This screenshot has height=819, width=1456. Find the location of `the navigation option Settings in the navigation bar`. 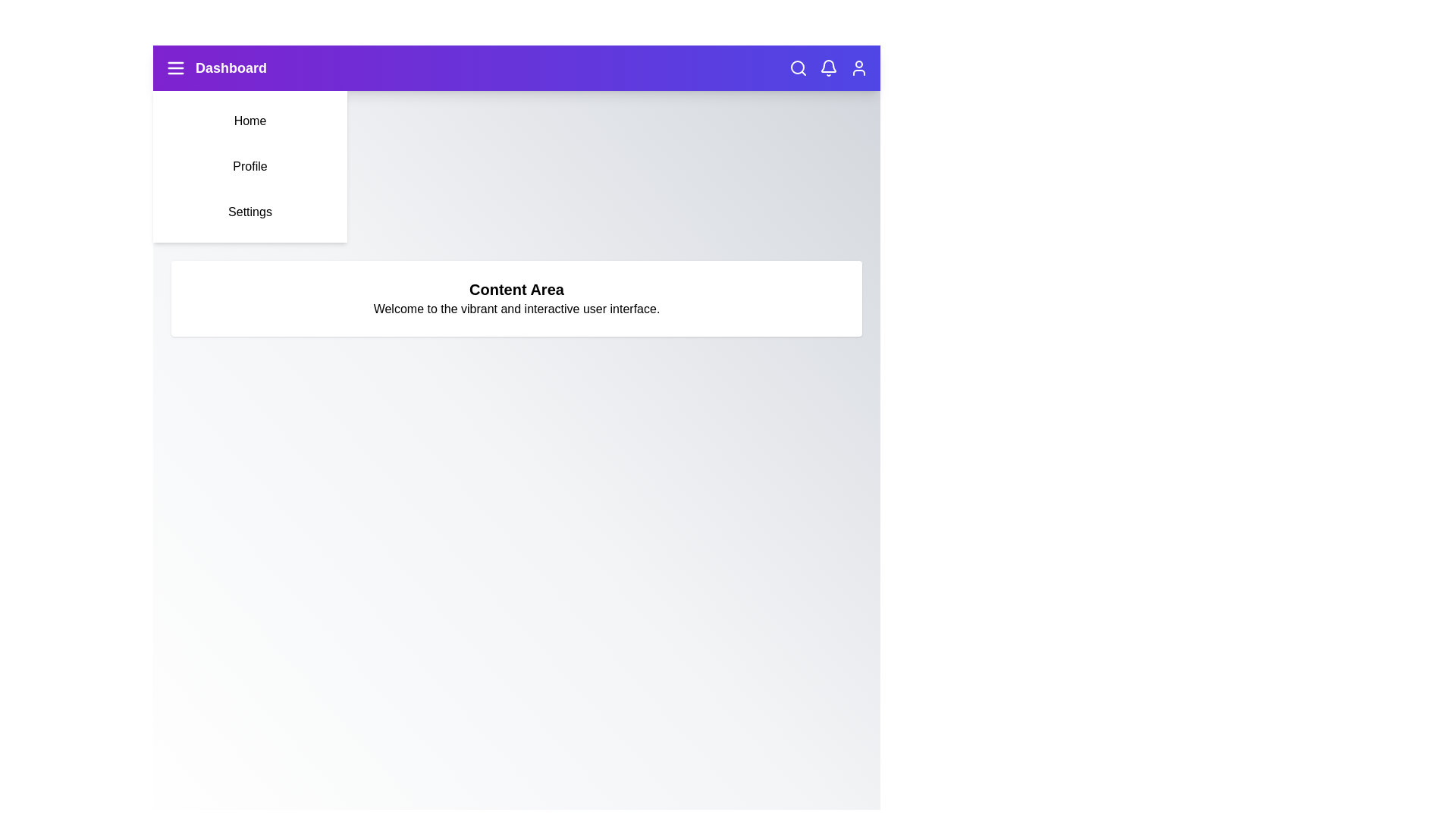

the navigation option Settings in the navigation bar is located at coordinates (250, 212).